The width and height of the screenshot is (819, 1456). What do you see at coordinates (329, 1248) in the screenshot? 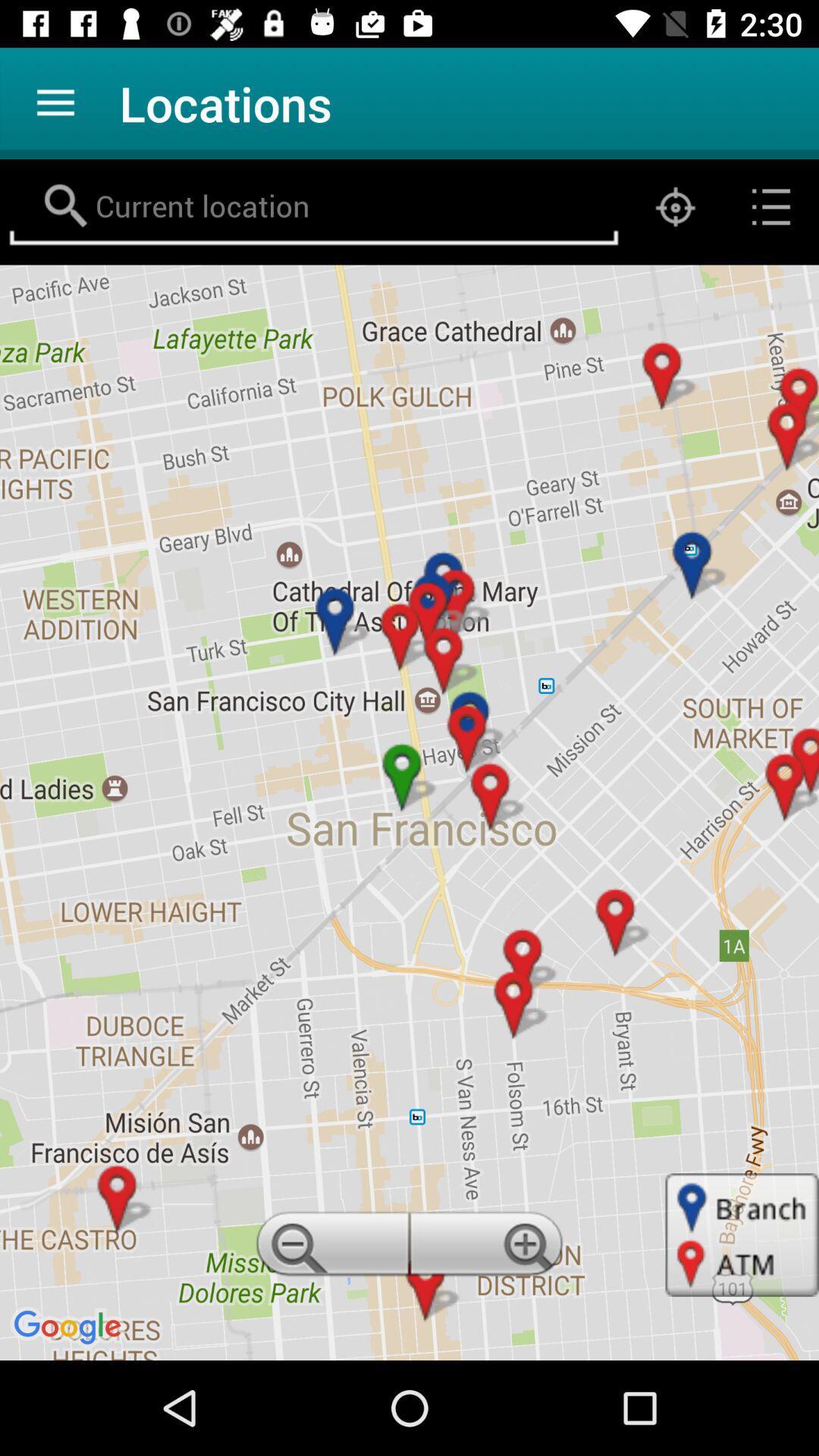
I see `zoom out` at bounding box center [329, 1248].